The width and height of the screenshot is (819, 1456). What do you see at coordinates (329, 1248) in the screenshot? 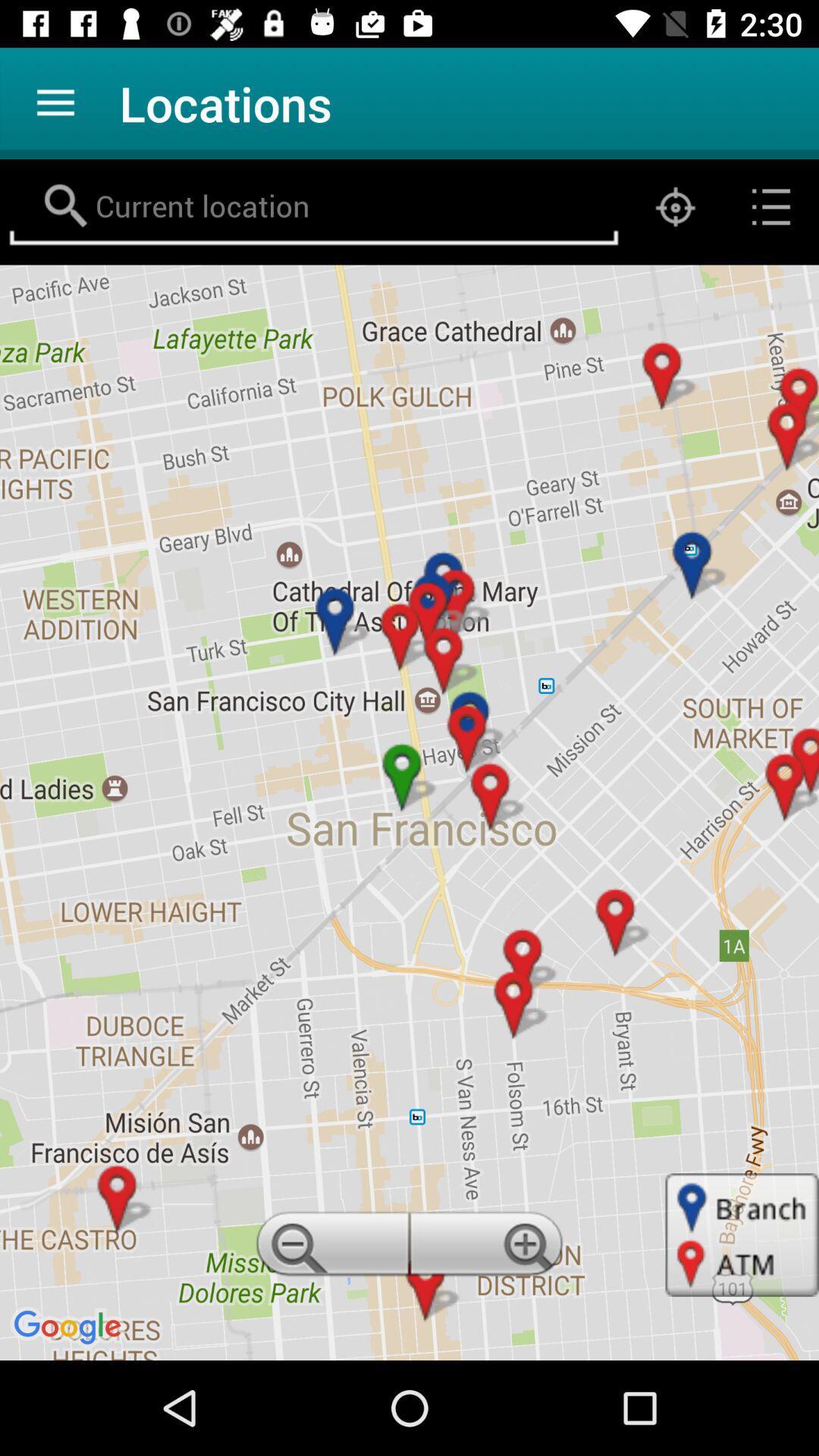
I see `zoom out` at bounding box center [329, 1248].